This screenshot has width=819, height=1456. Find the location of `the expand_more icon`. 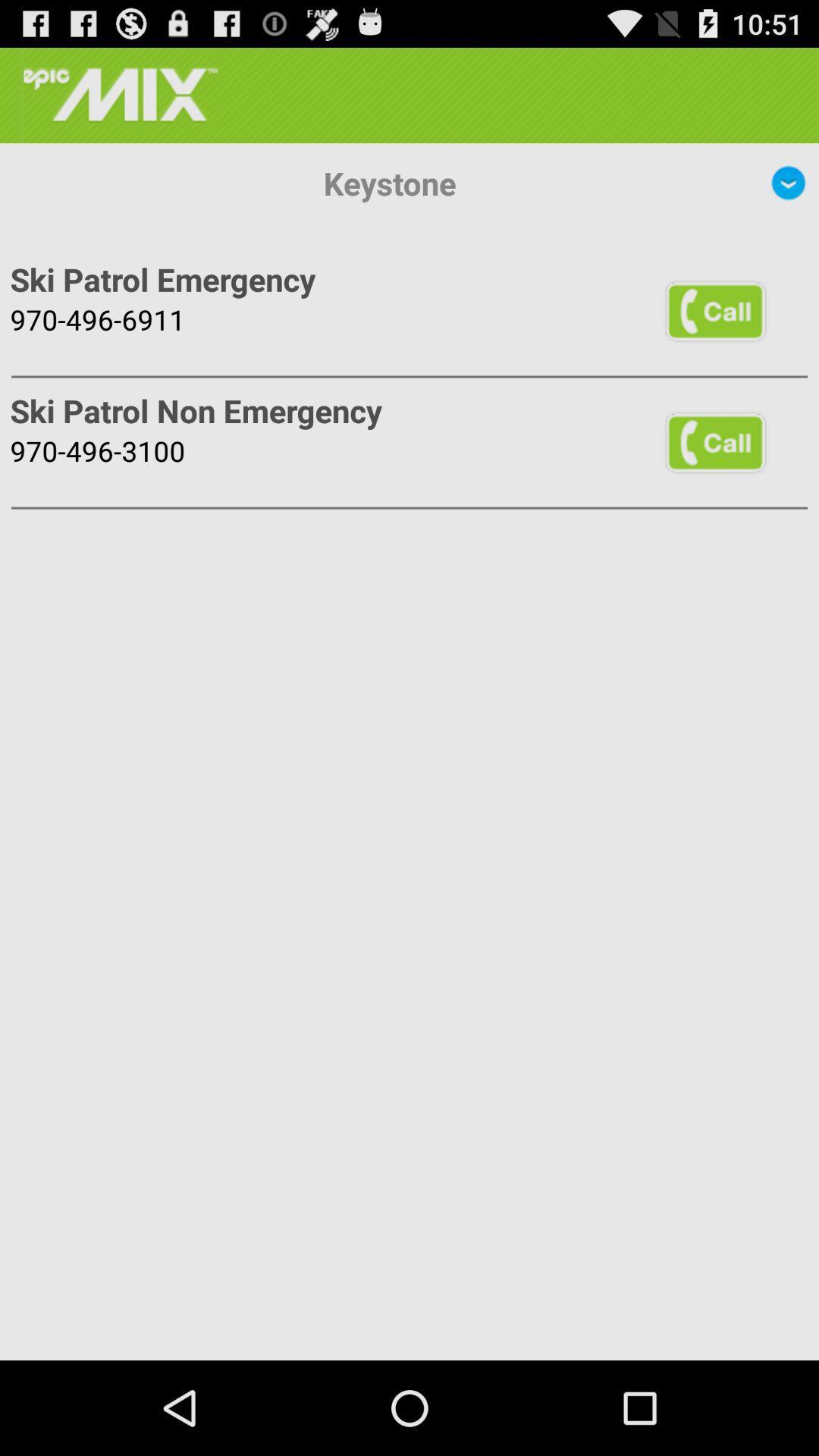

the expand_more icon is located at coordinates (788, 195).